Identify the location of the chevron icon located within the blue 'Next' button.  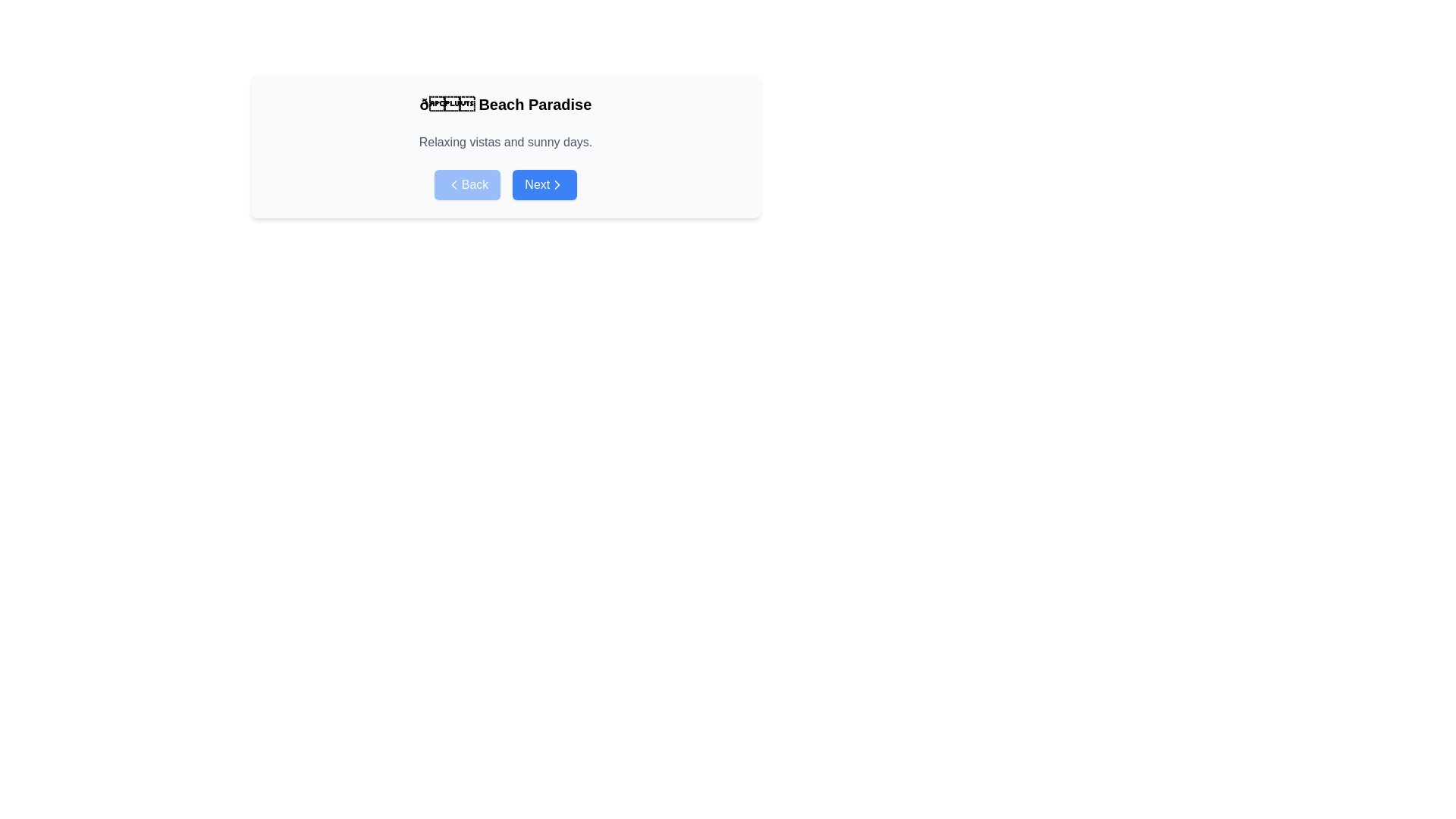
(557, 184).